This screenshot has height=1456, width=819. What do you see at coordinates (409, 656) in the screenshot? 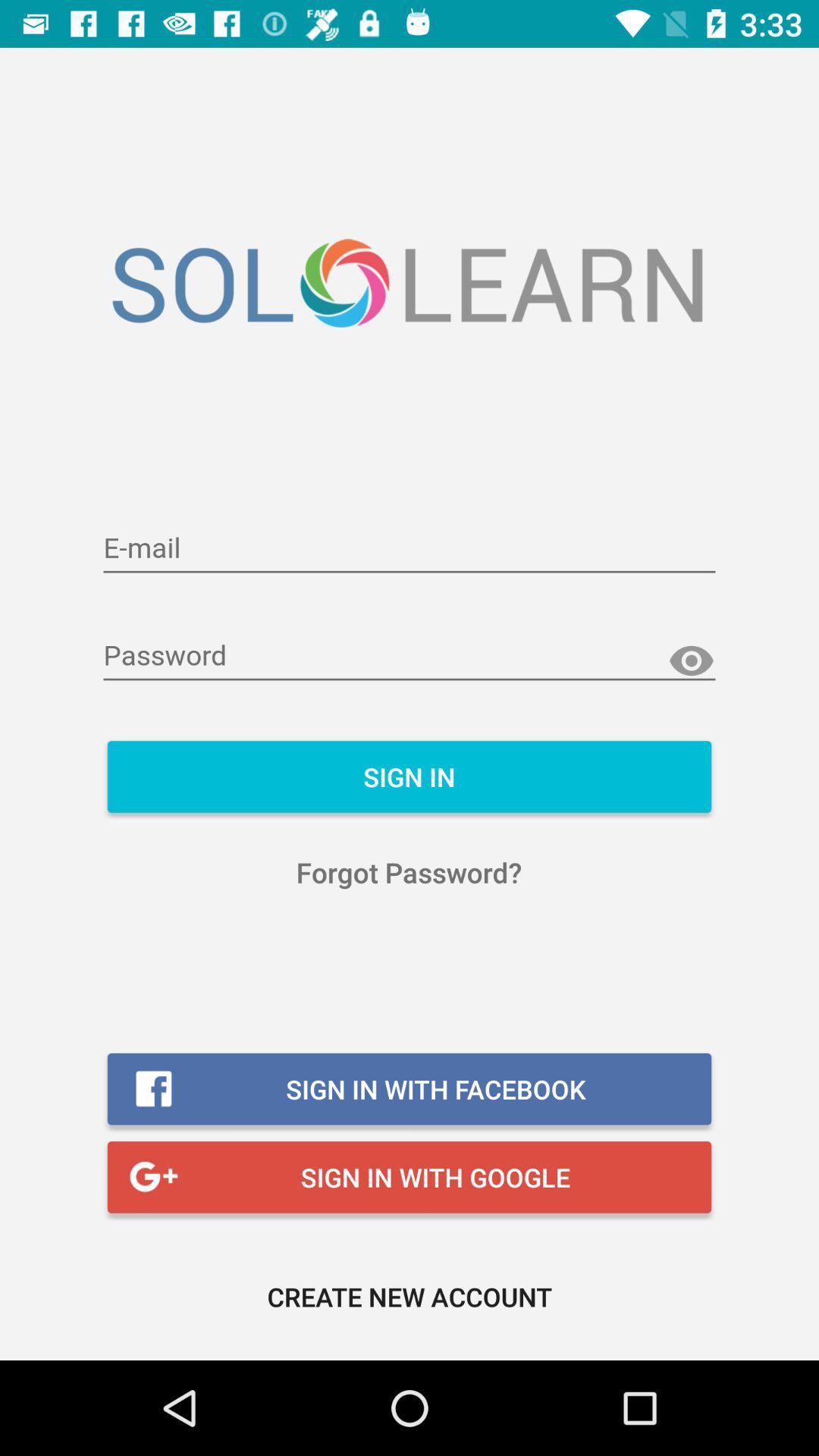
I see `creat password` at bounding box center [409, 656].